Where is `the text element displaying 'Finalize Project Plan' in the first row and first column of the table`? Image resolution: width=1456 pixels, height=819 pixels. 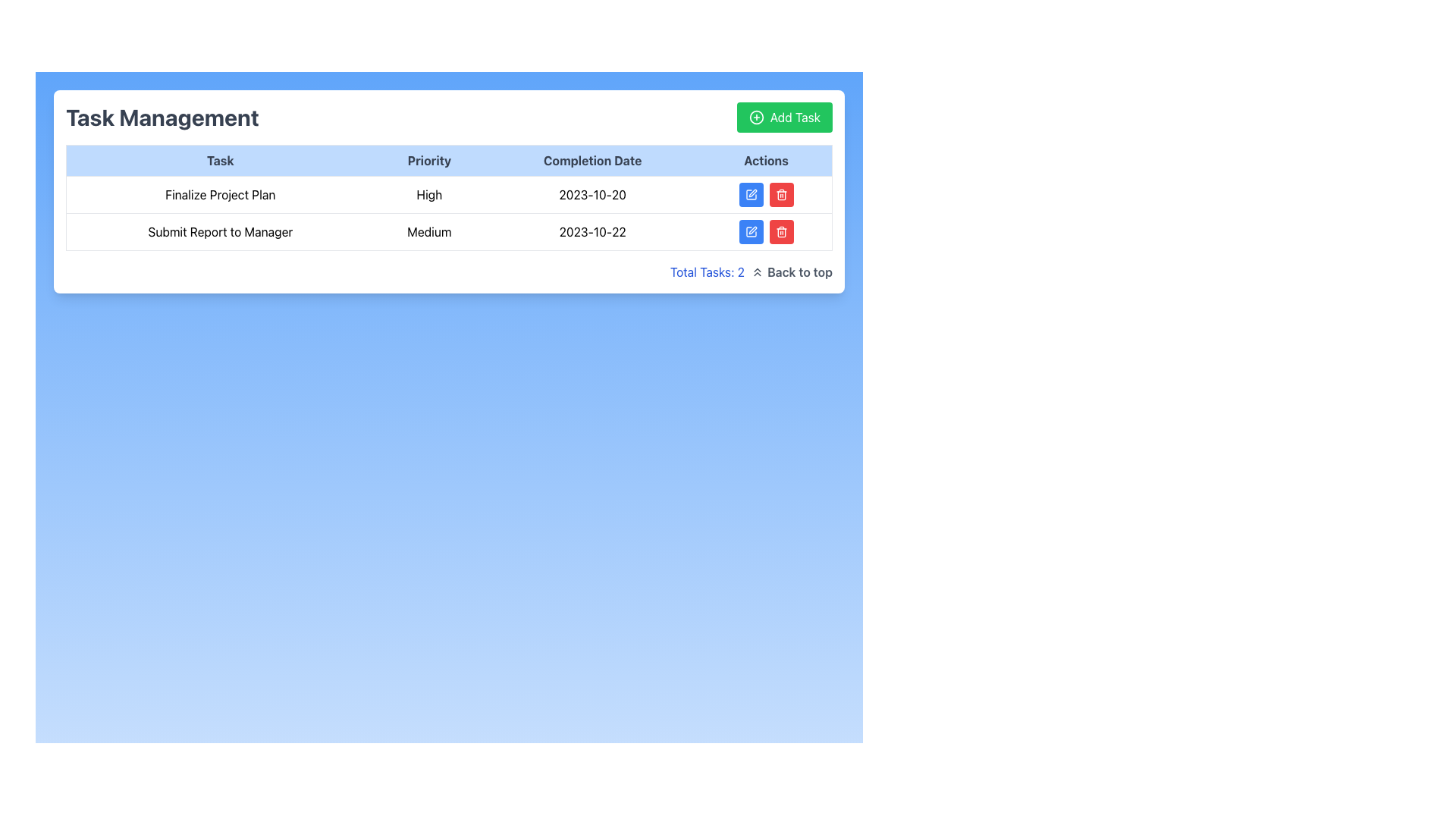 the text element displaying 'Finalize Project Plan' in the first row and first column of the table is located at coordinates (219, 194).